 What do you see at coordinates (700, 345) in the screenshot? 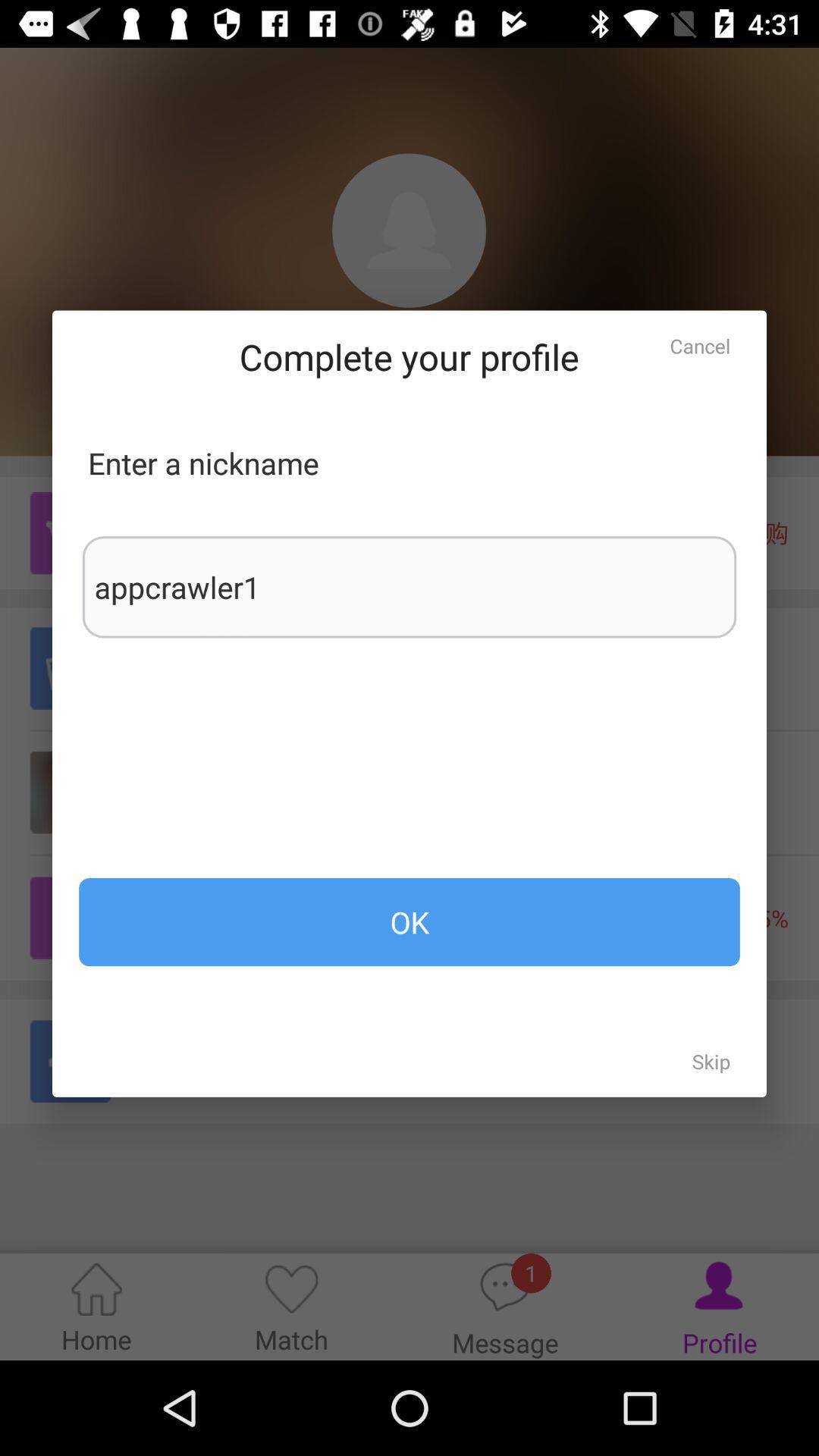
I see `item next to the complete your profile icon` at bounding box center [700, 345].